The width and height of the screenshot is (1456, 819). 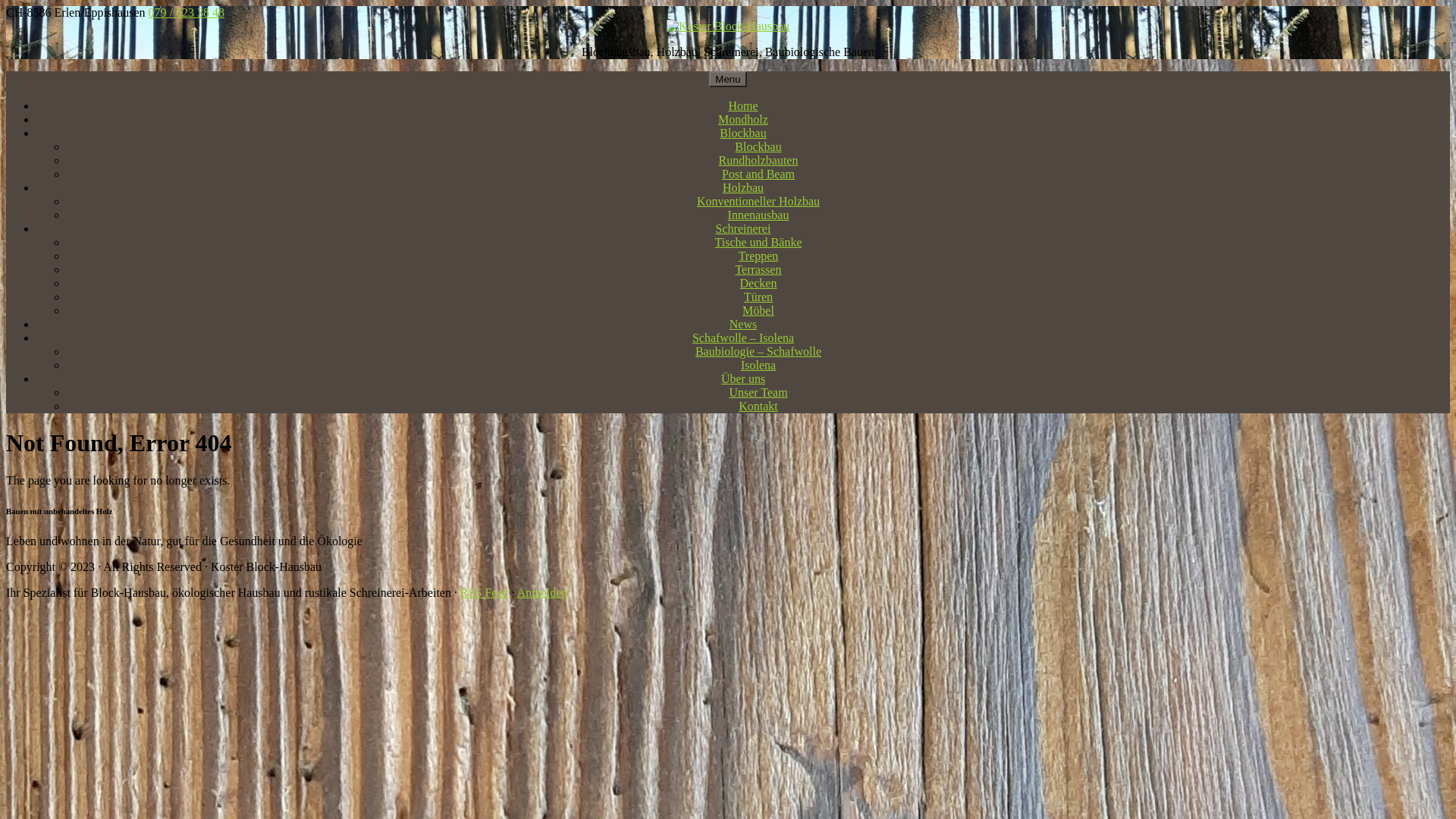 I want to click on 'Isolena', so click(x=758, y=365).